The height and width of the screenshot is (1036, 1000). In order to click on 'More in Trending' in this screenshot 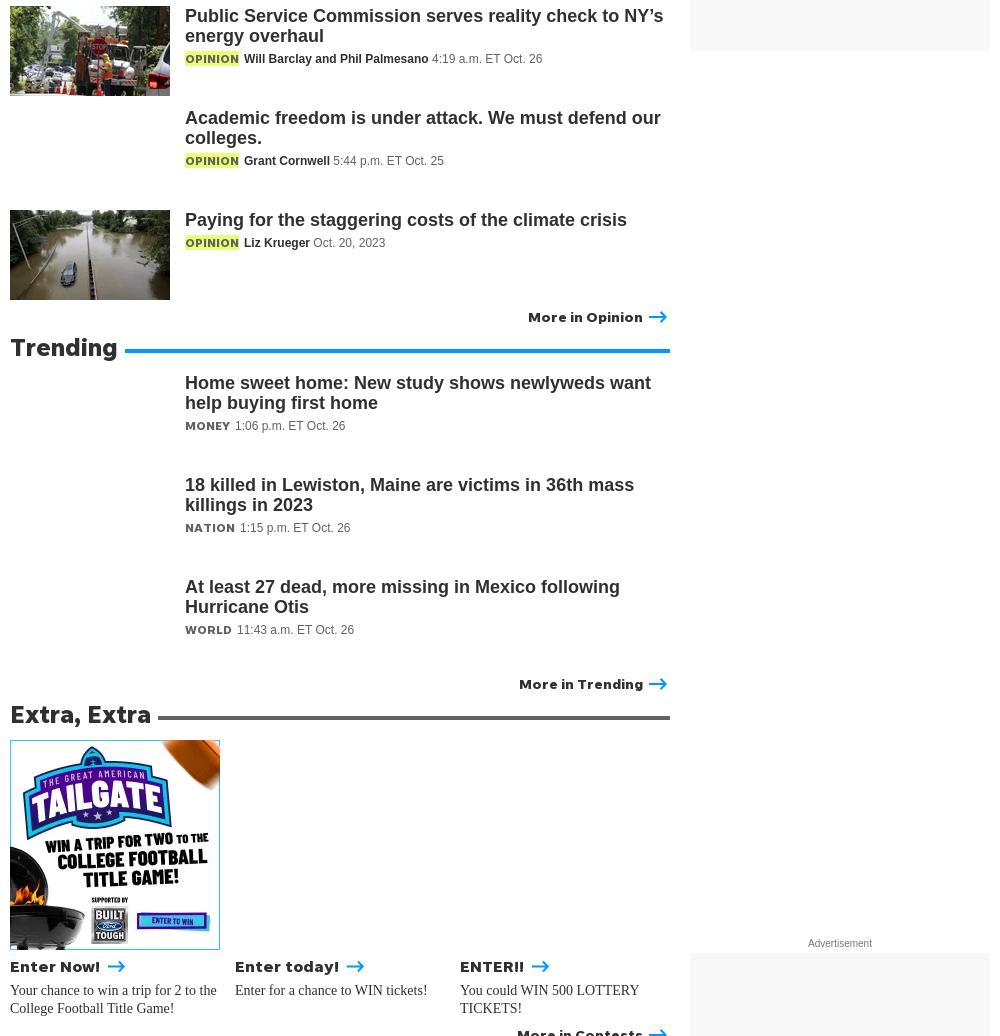, I will do `click(580, 683)`.